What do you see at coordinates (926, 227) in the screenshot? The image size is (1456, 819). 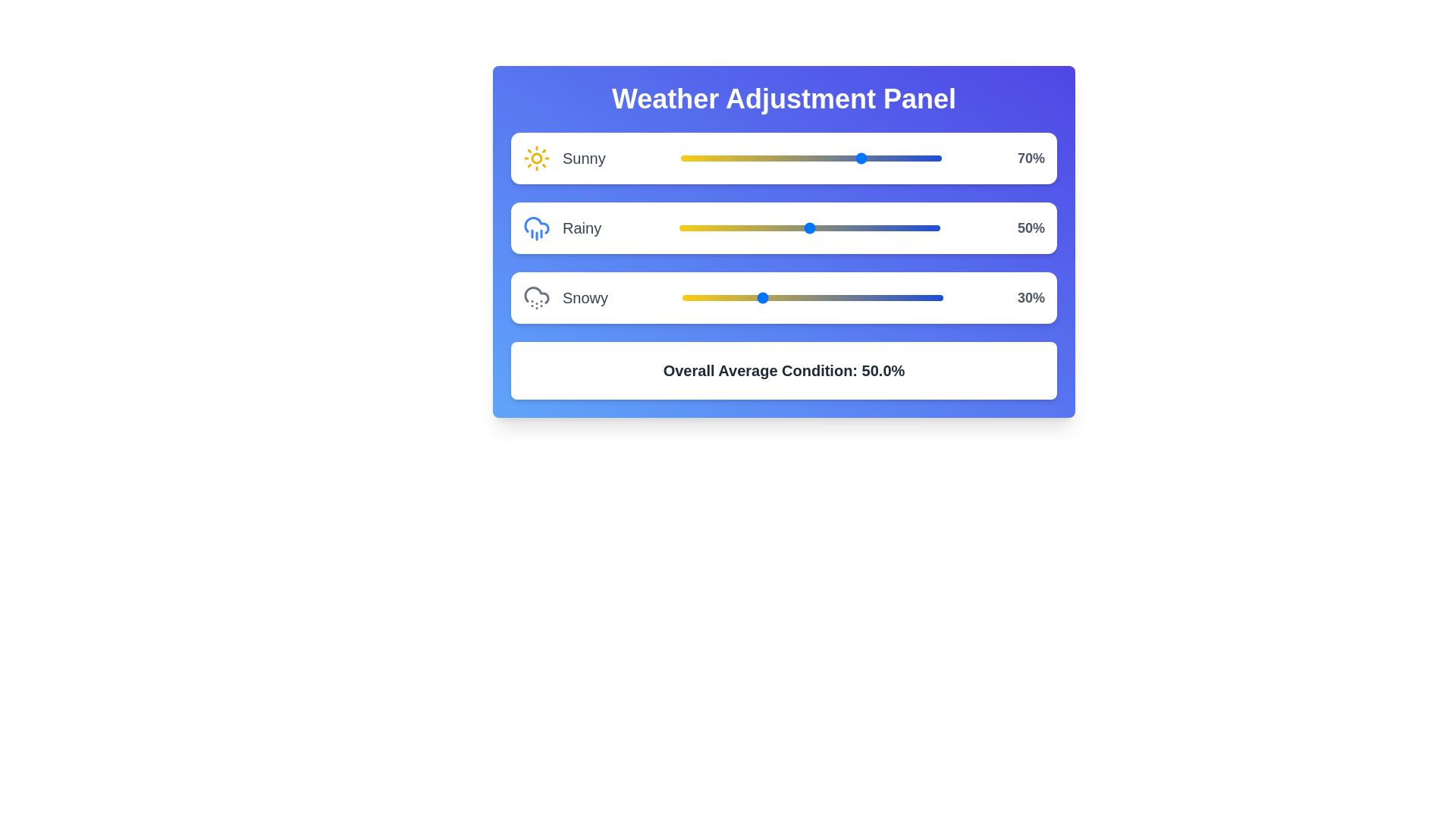 I see `the 'rainy' condition percentage` at bounding box center [926, 227].